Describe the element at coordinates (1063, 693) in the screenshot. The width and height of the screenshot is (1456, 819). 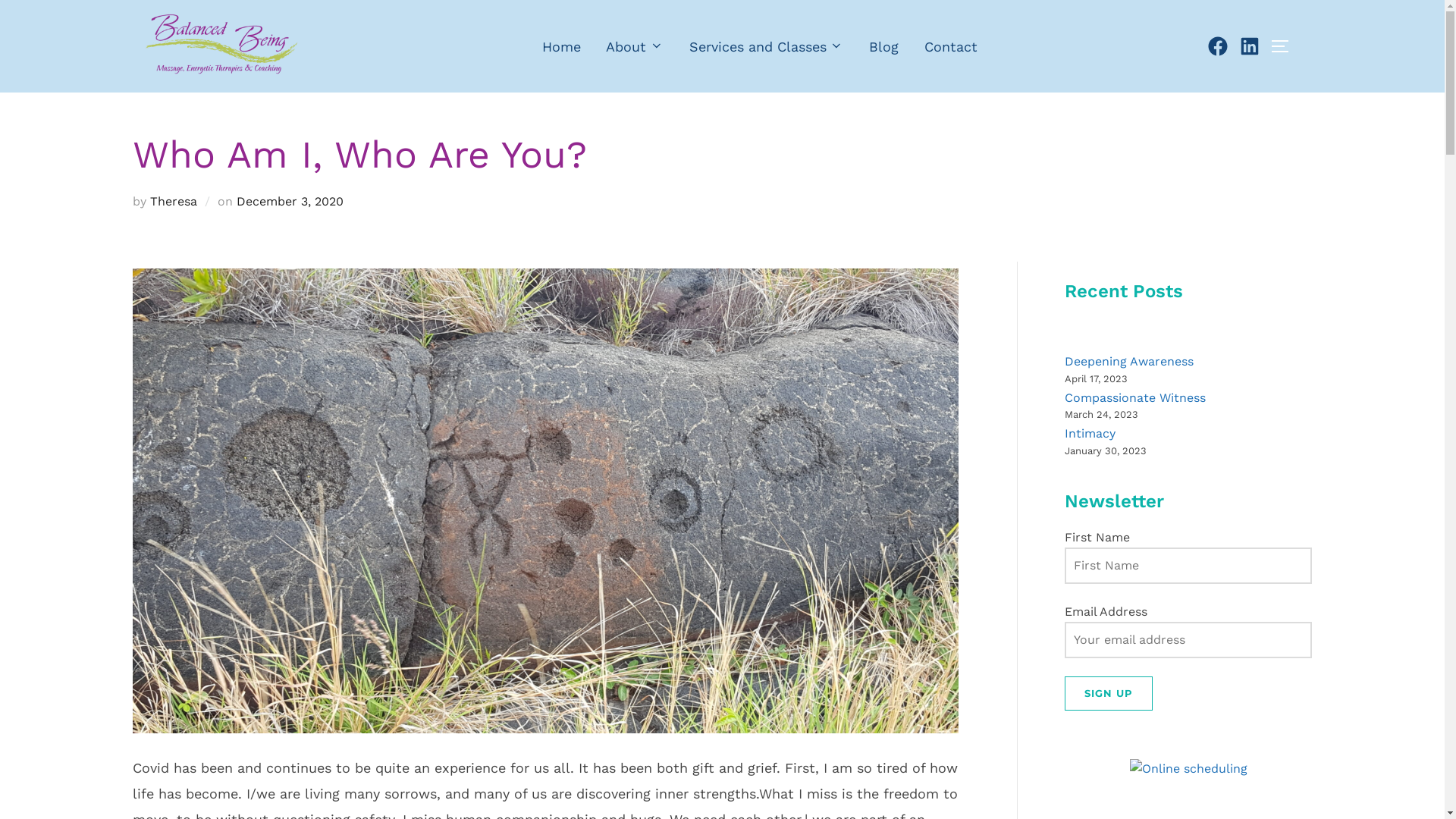
I see `'Sign up'` at that location.